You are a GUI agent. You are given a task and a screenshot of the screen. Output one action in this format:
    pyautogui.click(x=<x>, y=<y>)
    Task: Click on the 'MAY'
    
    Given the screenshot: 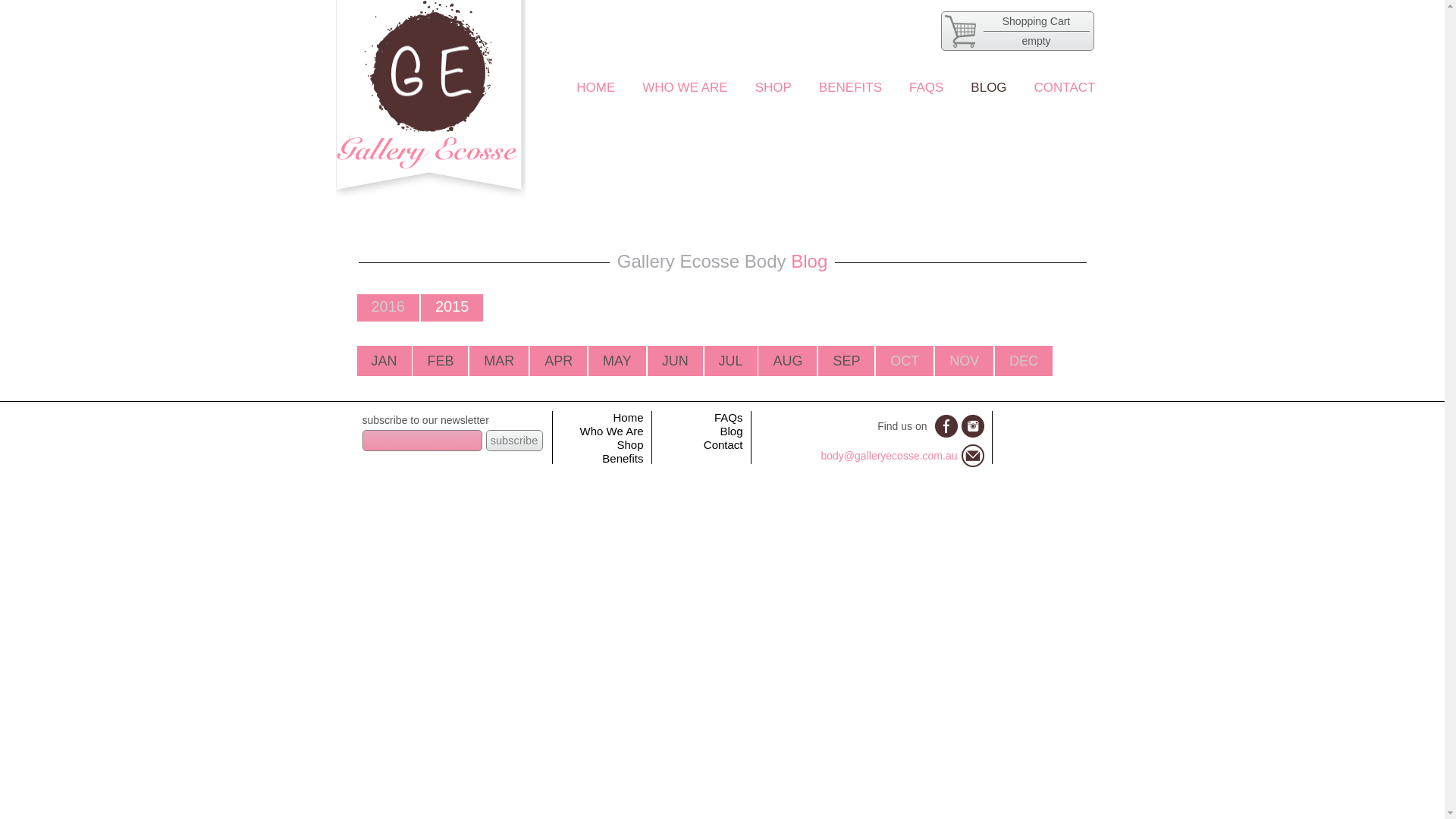 What is the action you would take?
    pyautogui.click(x=617, y=360)
    